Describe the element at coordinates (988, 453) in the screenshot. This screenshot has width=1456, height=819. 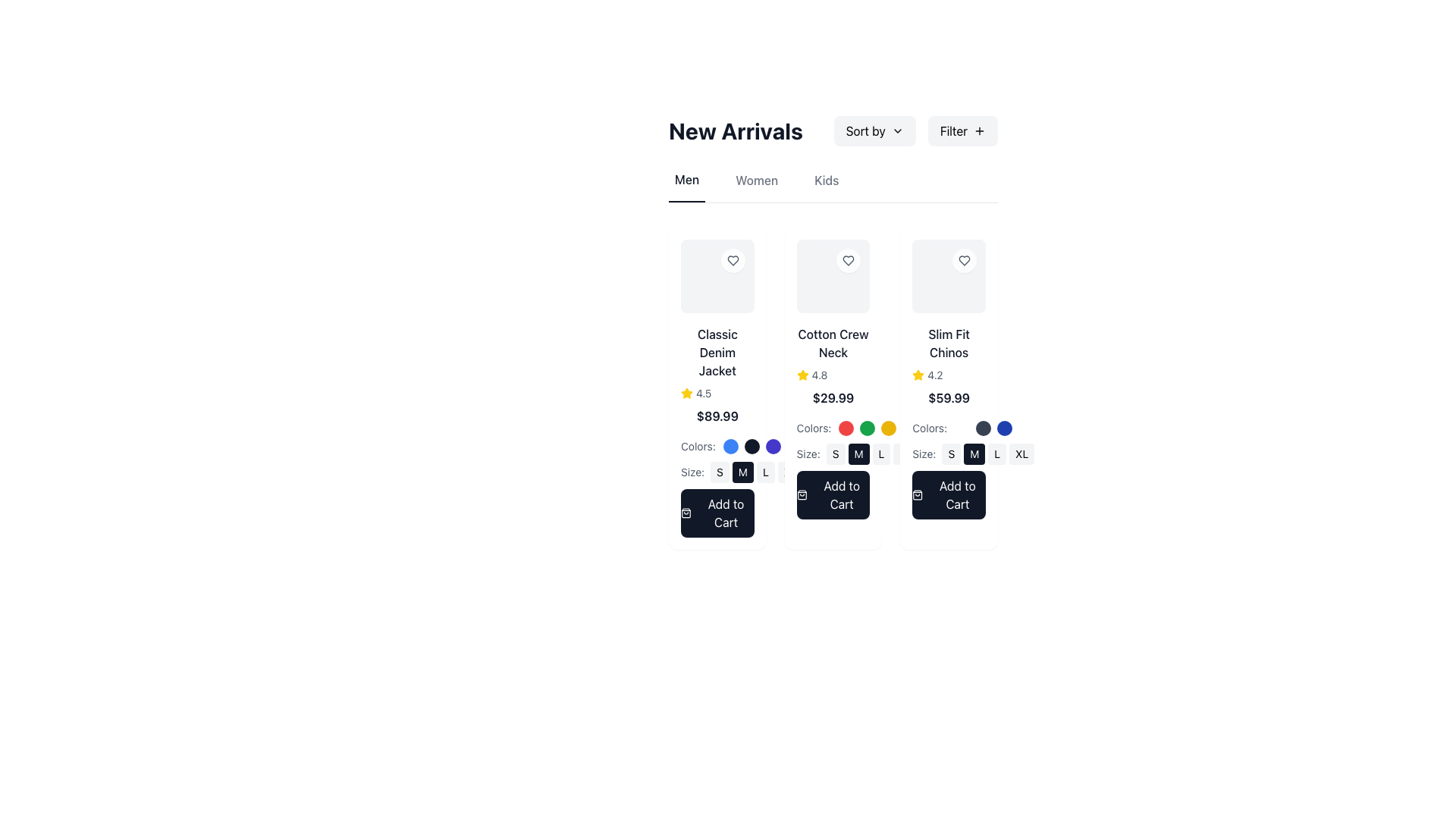
I see `the 'M' button in the Horizontal Button Group for selecting the product size located below the 'Colors' section of the 'Slim Fit Chinos' product card` at that location.